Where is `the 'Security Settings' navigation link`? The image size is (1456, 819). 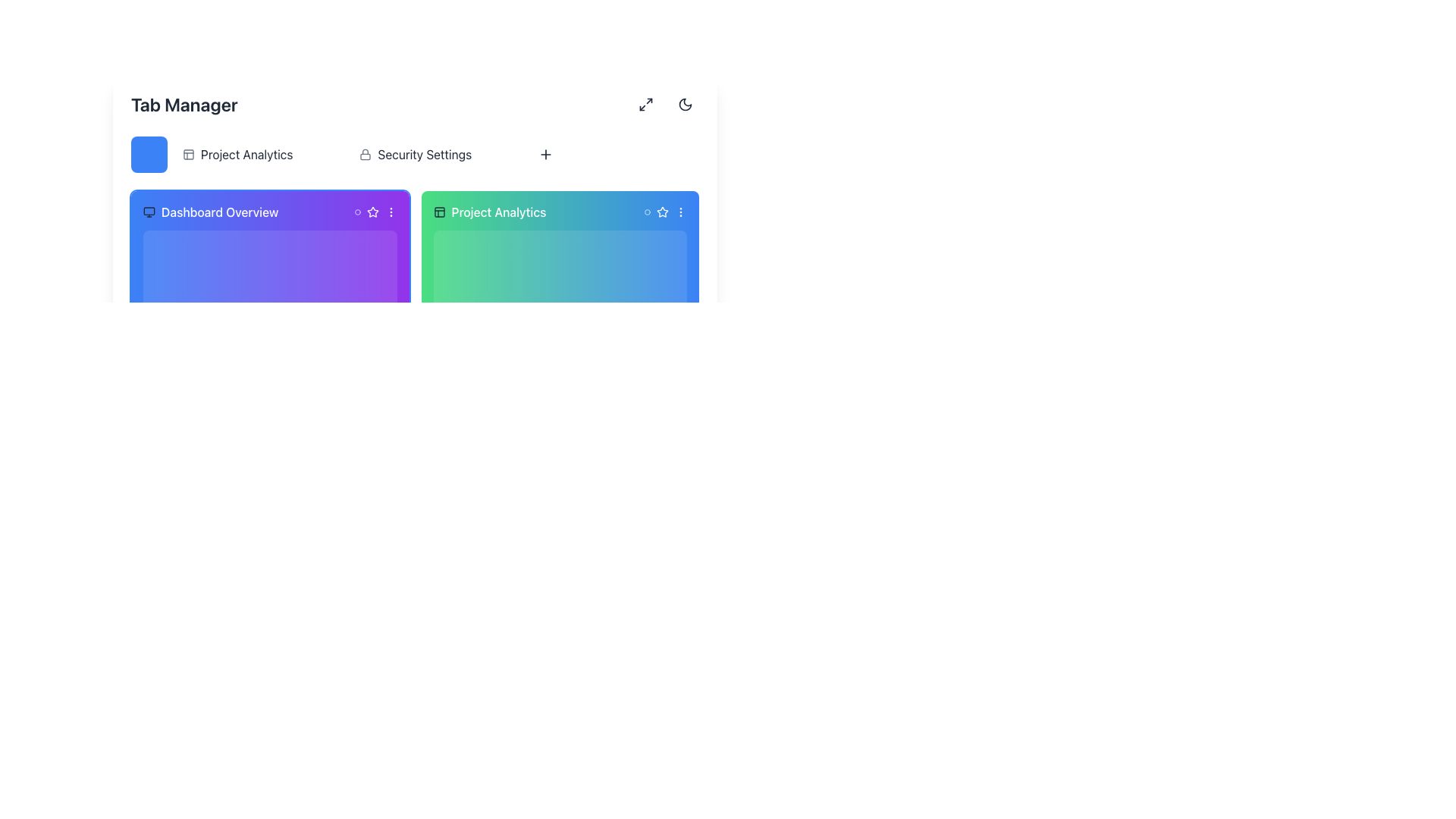
the 'Security Settings' navigation link is located at coordinates (416, 155).